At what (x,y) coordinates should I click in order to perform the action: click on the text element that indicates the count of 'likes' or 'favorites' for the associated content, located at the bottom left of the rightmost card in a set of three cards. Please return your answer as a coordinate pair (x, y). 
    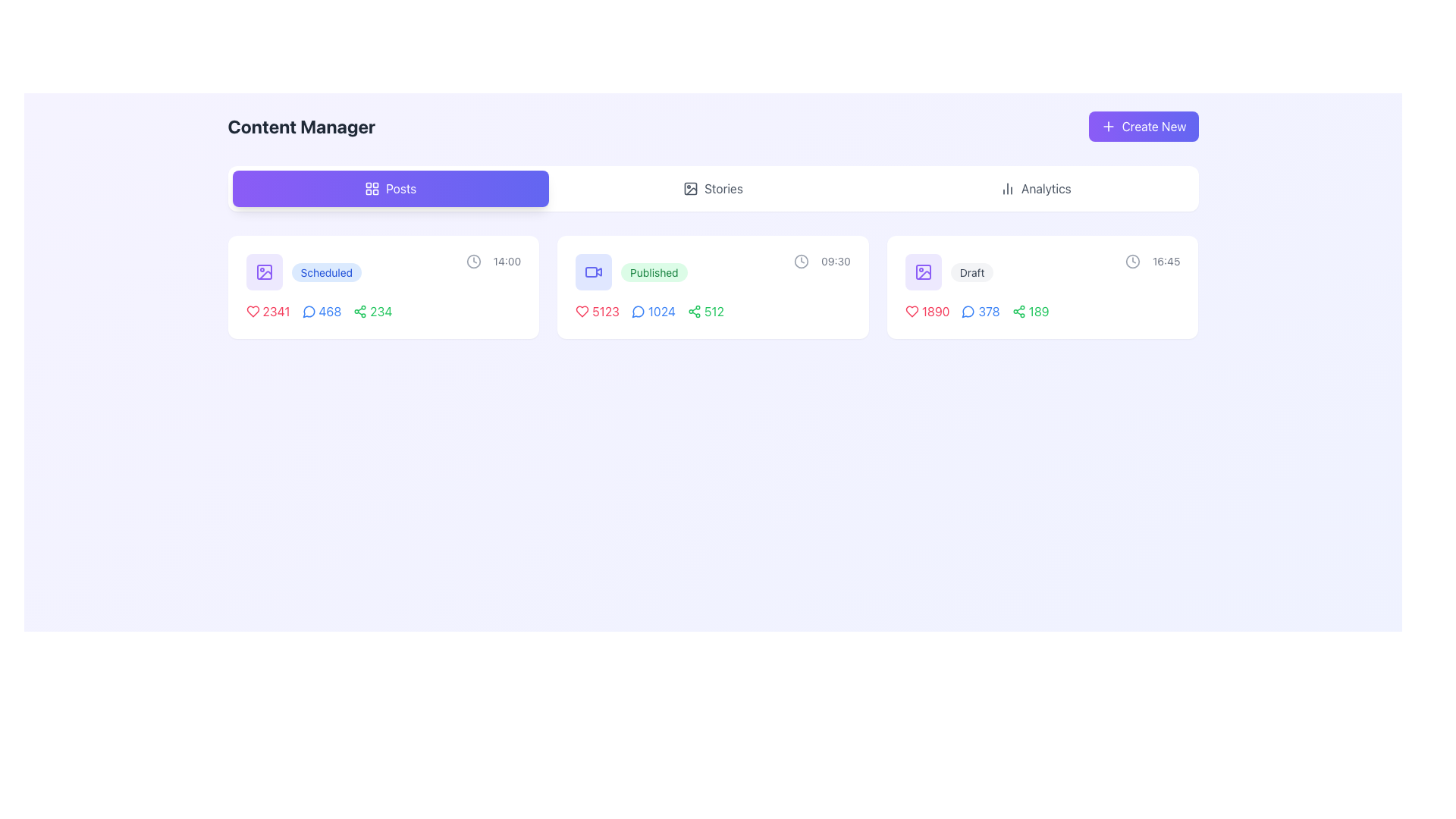
    Looking at the image, I should click on (935, 311).